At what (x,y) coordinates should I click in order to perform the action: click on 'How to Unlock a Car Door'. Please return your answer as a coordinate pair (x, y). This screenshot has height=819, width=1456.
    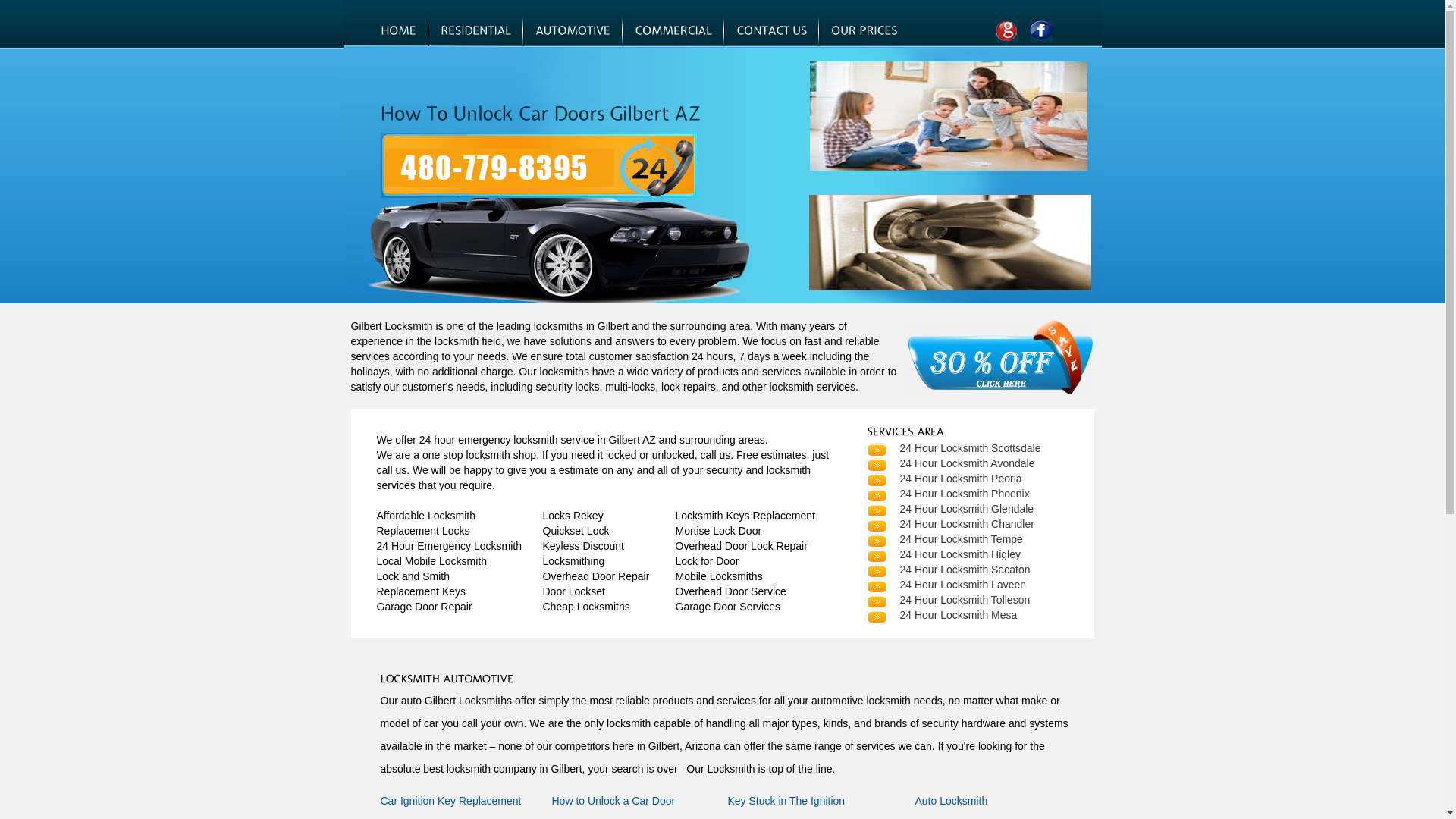
    Looking at the image, I should click on (613, 800).